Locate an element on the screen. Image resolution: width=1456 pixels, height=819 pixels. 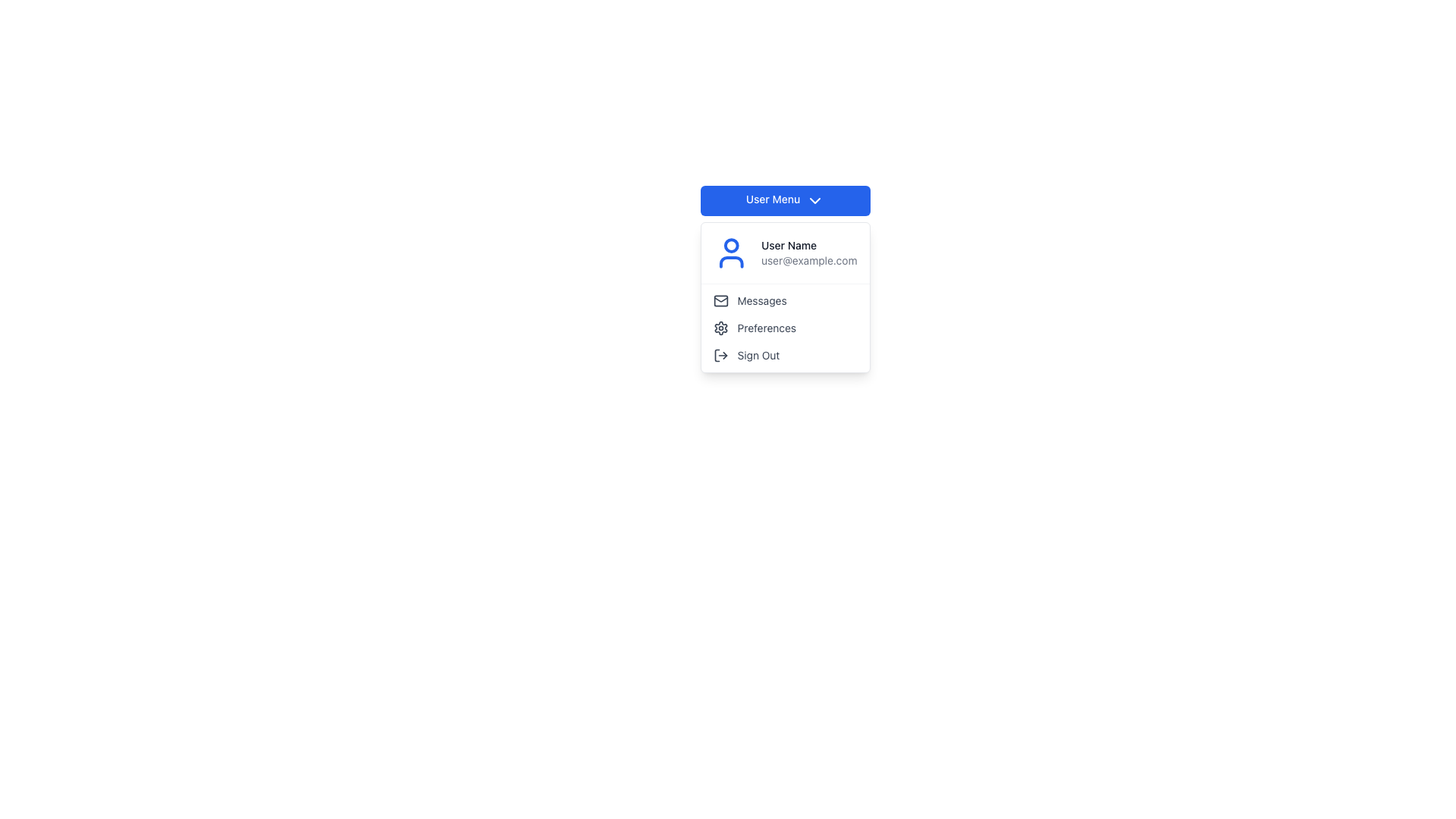
the decorative vector graphic representing the log-out symbol in the user menu, located adjacent to the 'Sign Out' text is located at coordinates (716, 356).